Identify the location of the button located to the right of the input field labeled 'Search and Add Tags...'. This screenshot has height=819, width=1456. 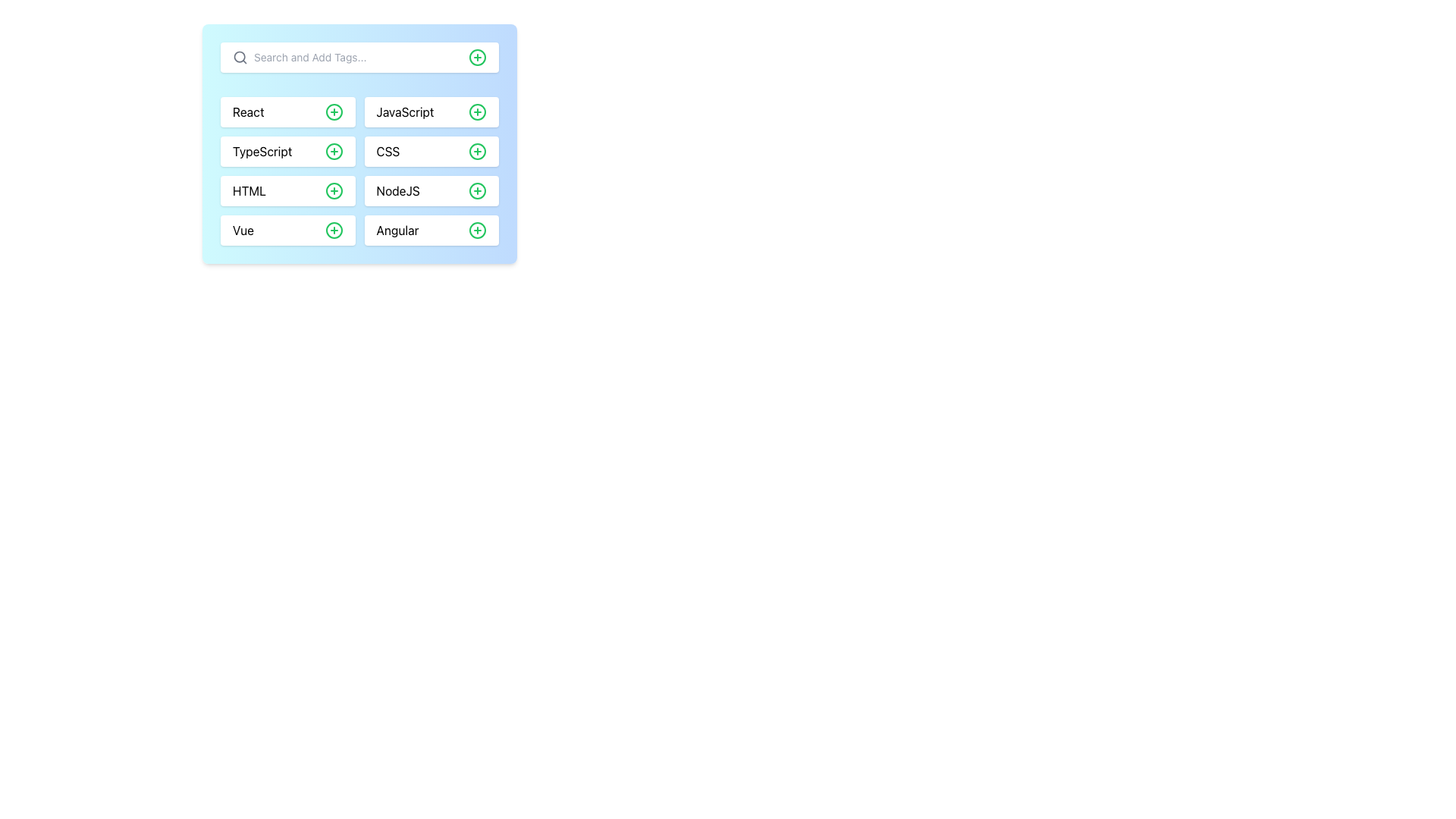
(476, 57).